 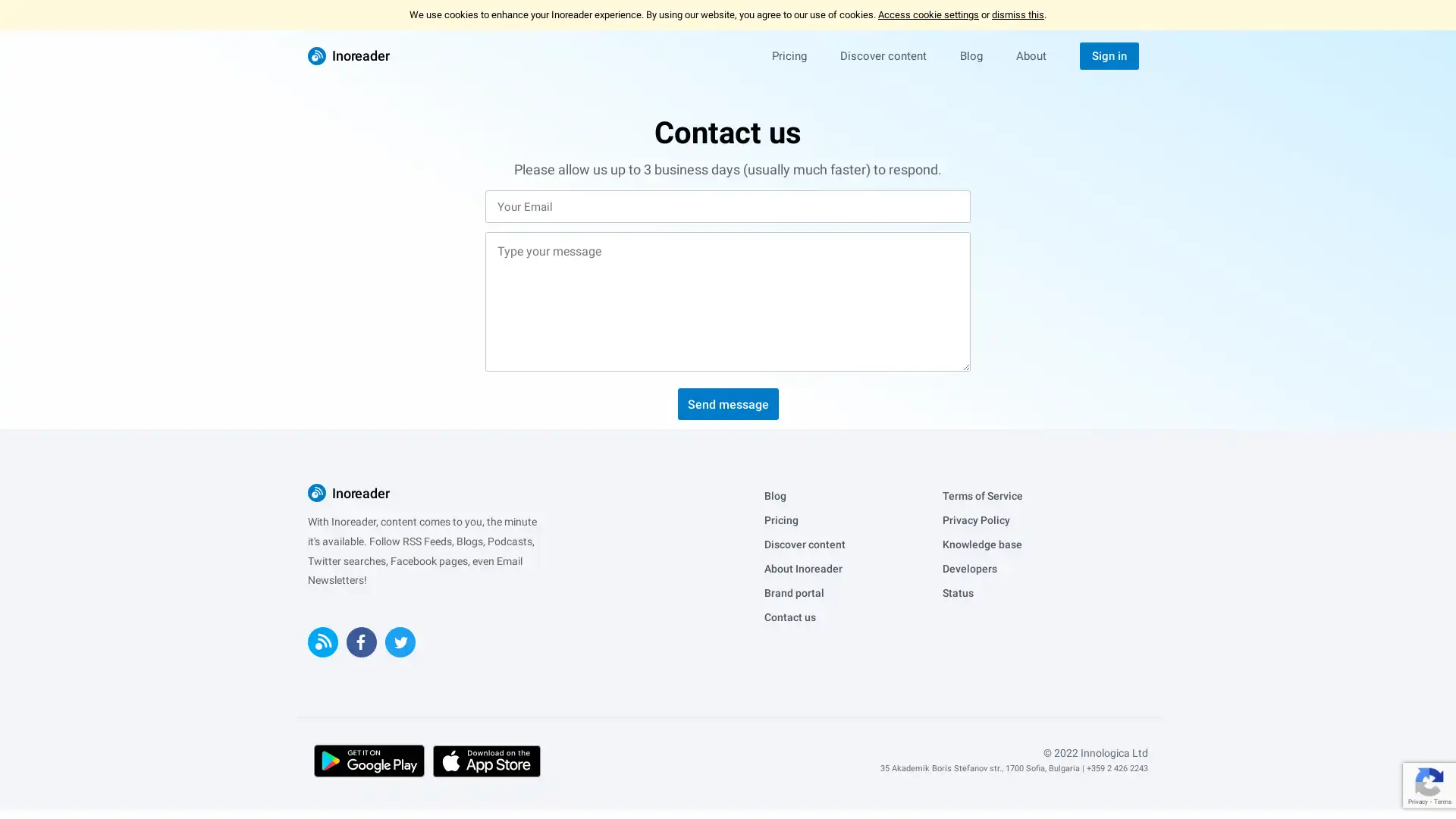 I want to click on Send message, so click(x=726, y=403).